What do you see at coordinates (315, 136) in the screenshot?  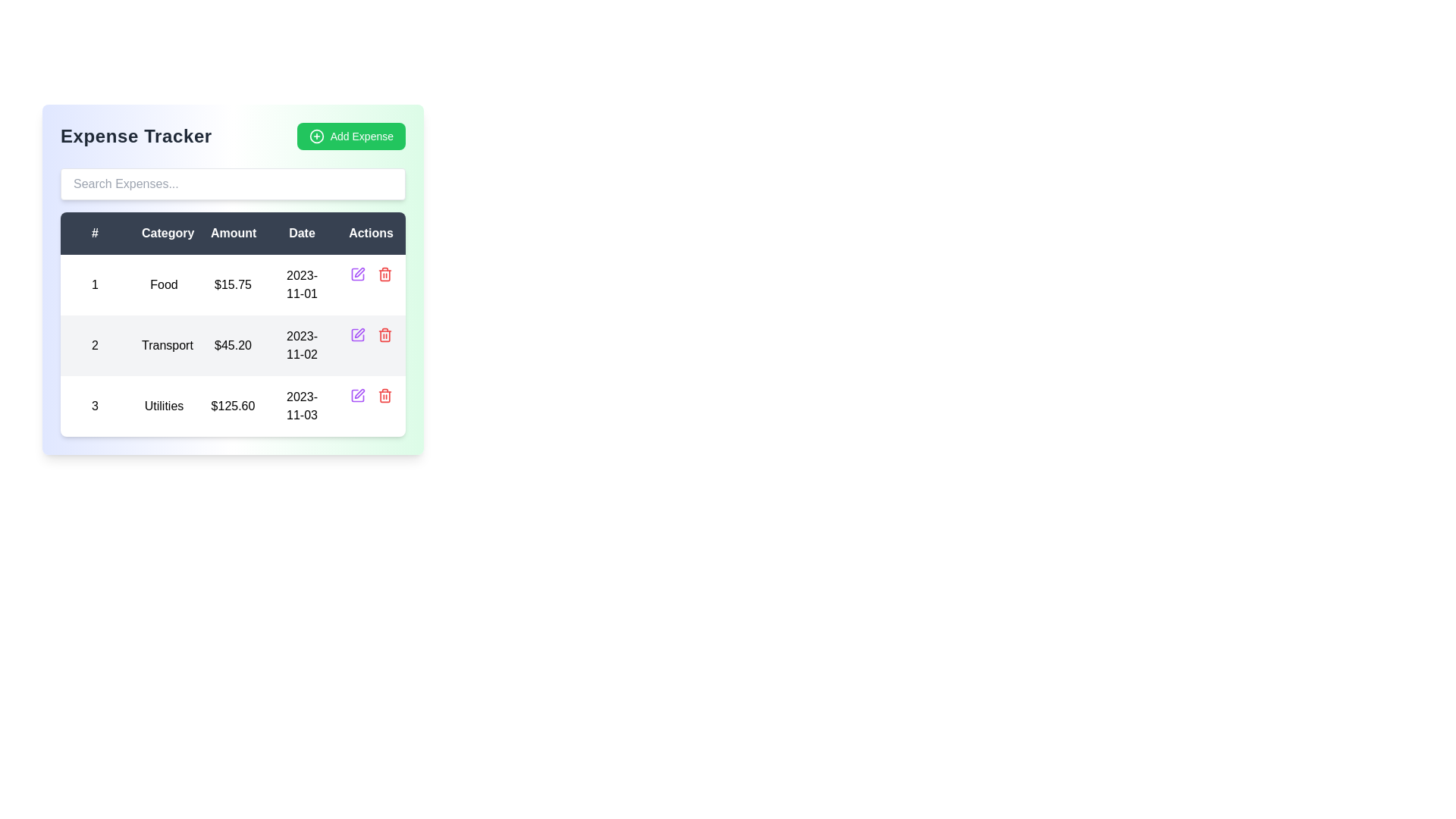 I see `the green 'Add Expense' button located in the top-right corner of the user interface` at bounding box center [315, 136].